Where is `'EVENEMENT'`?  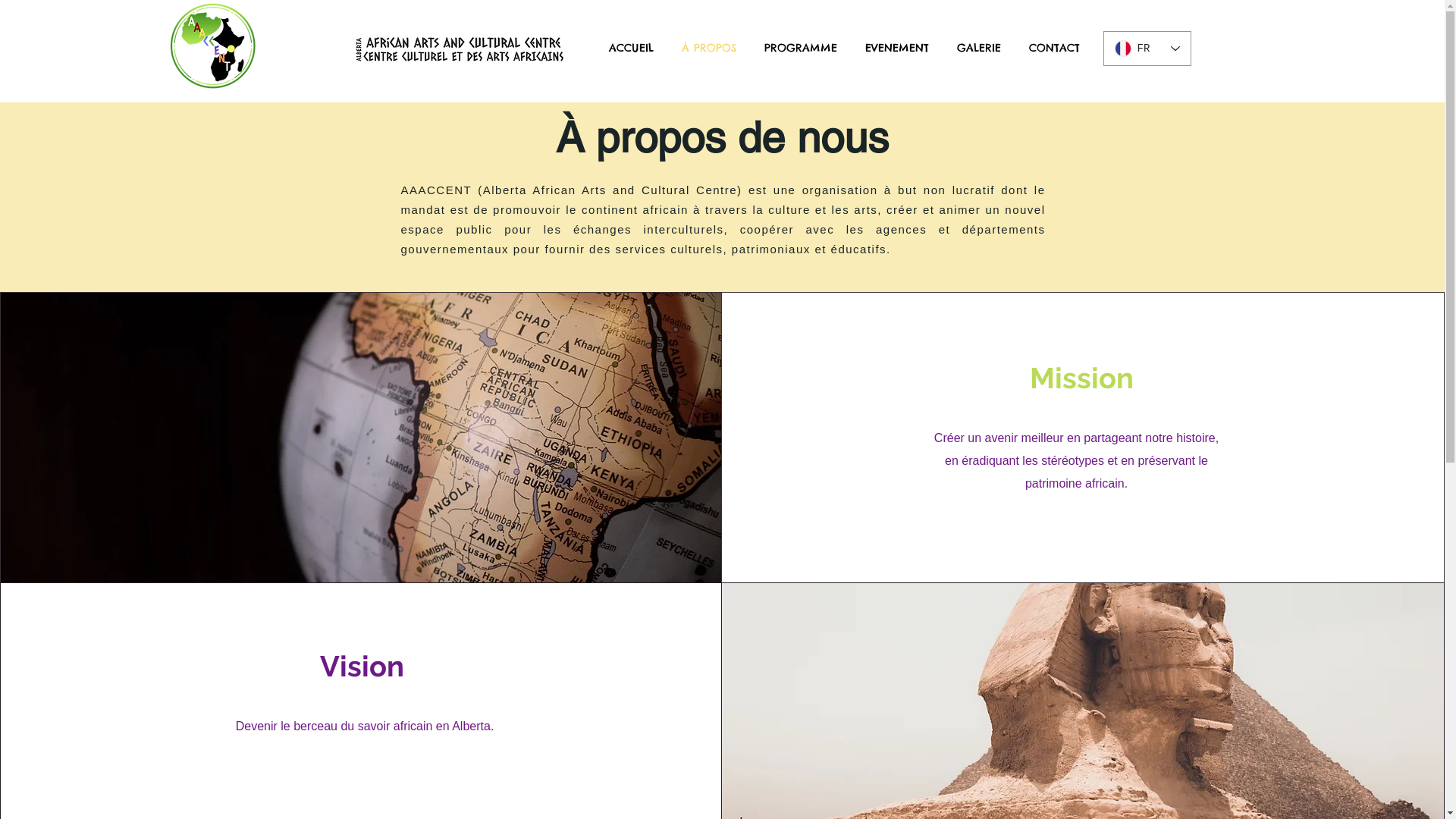
'EVENEMENT' is located at coordinates (896, 47).